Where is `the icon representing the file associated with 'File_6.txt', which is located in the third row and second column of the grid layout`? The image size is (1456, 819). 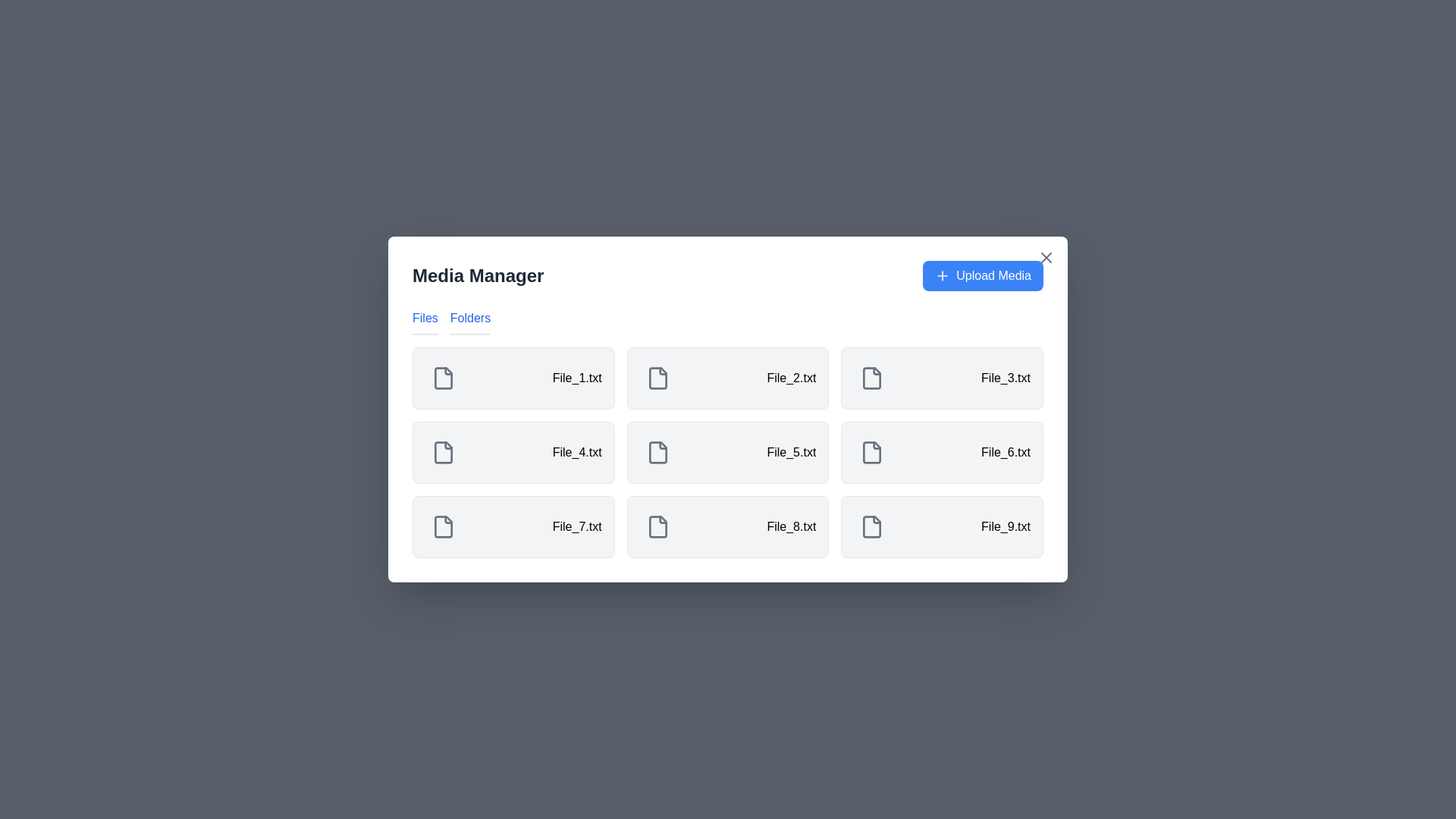 the icon representing the file associated with 'File_6.txt', which is located in the third row and second column of the grid layout is located at coordinates (872, 452).